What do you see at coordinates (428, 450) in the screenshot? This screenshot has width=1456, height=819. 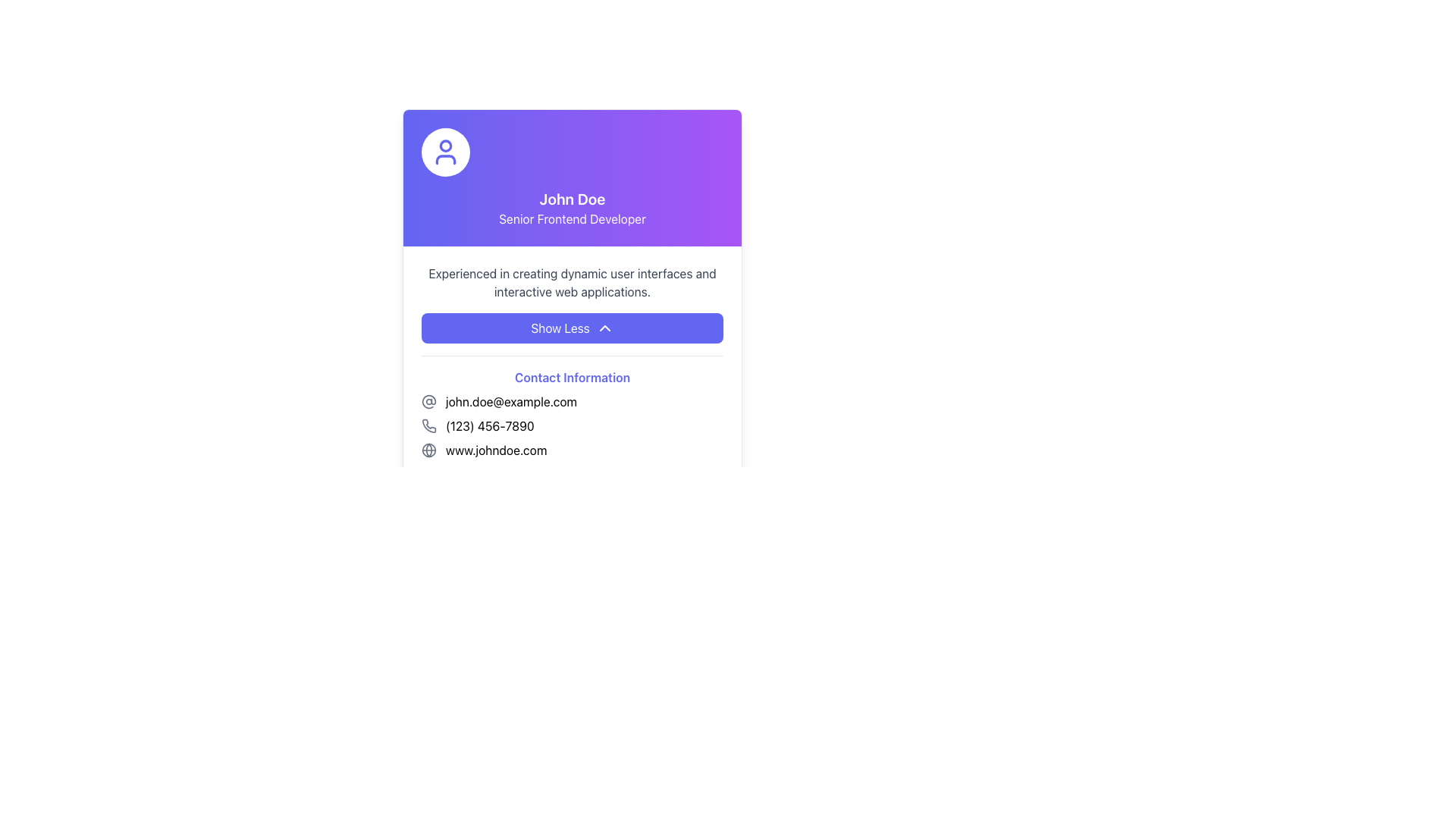 I see `the globe icon that is located to the left of the text 'www.johndoe.com', which serves as a visual indicator for a web address` at bounding box center [428, 450].